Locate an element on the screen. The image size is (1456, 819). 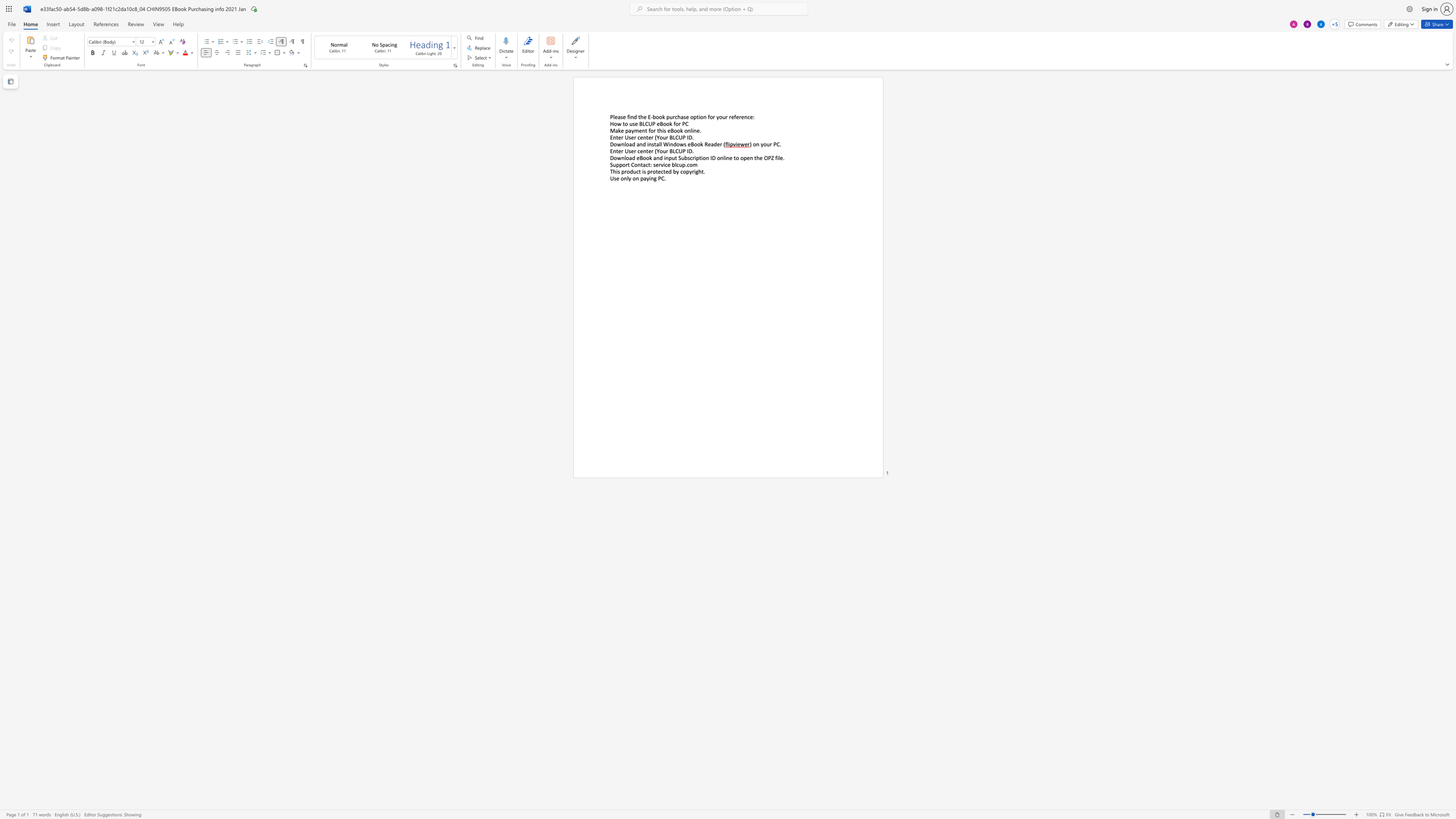
the subset text "se BLCUP eBook f" within the text "How to use BLCUP eBook for PC" is located at coordinates (632, 123).